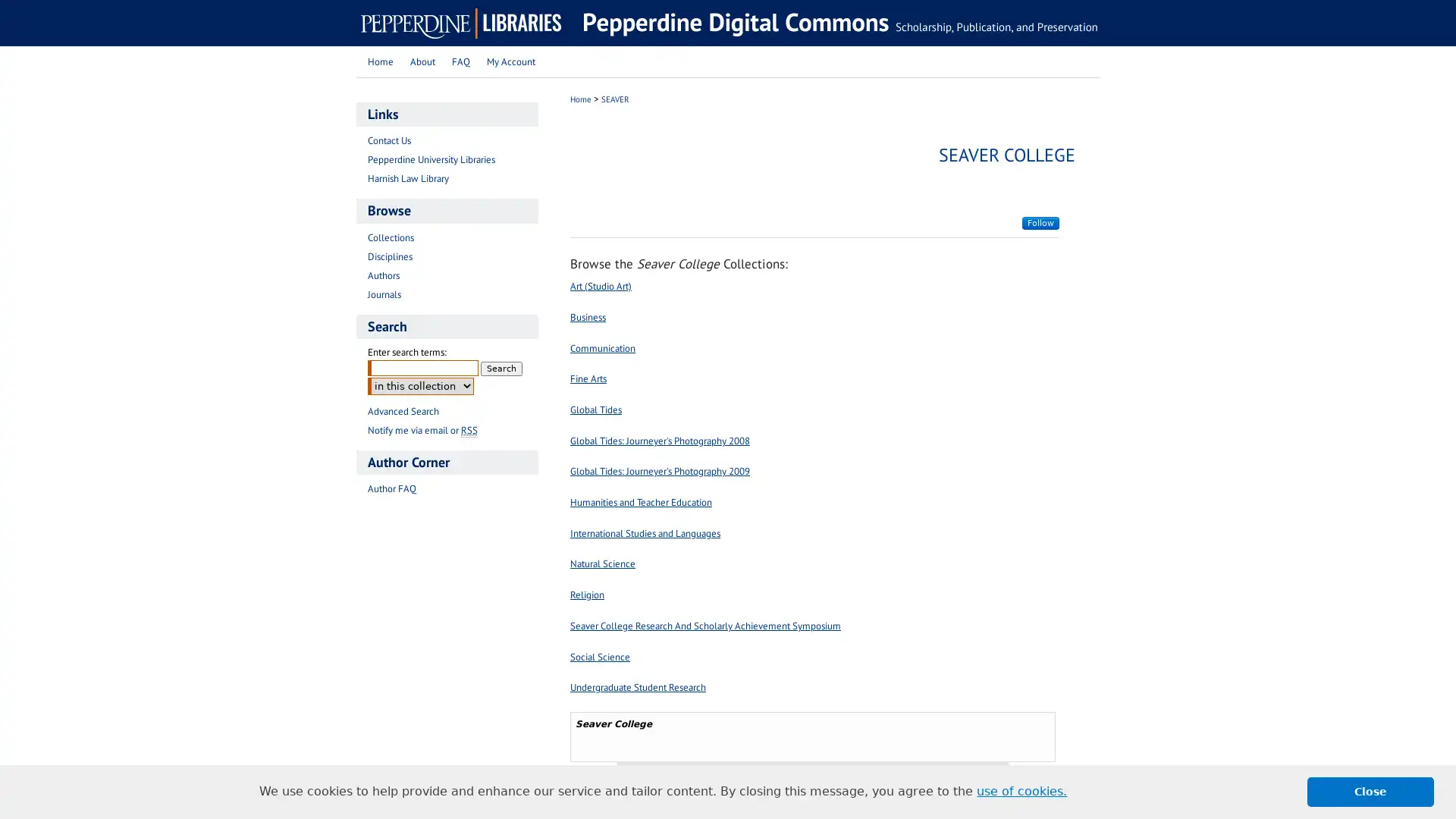 The image size is (1456, 819). Describe the element at coordinates (1370, 791) in the screenshot. I see `dismiss cookie message` at that location.